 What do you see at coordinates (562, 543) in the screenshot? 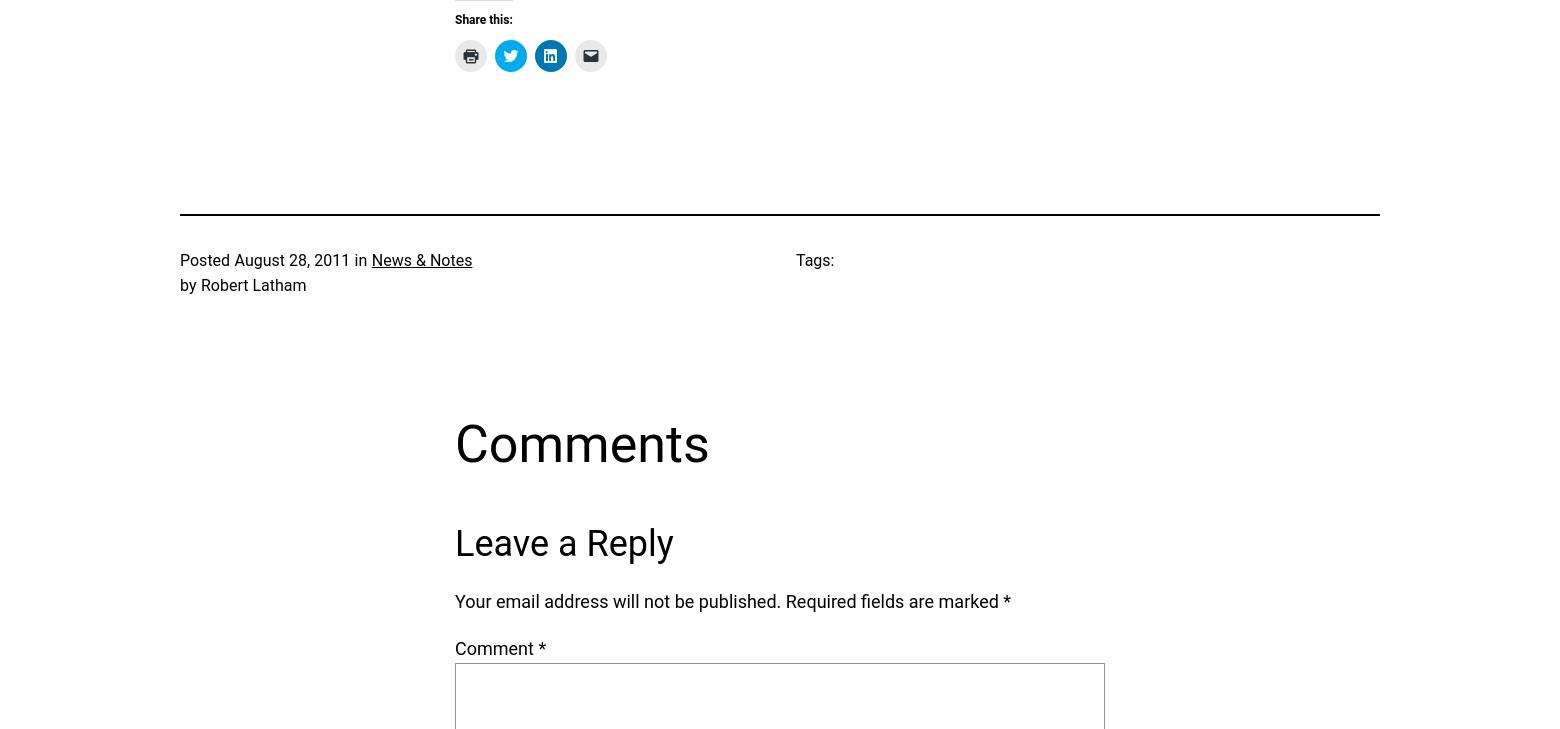
I see `'Leave a Reply'` at bounding box center [562, 543].